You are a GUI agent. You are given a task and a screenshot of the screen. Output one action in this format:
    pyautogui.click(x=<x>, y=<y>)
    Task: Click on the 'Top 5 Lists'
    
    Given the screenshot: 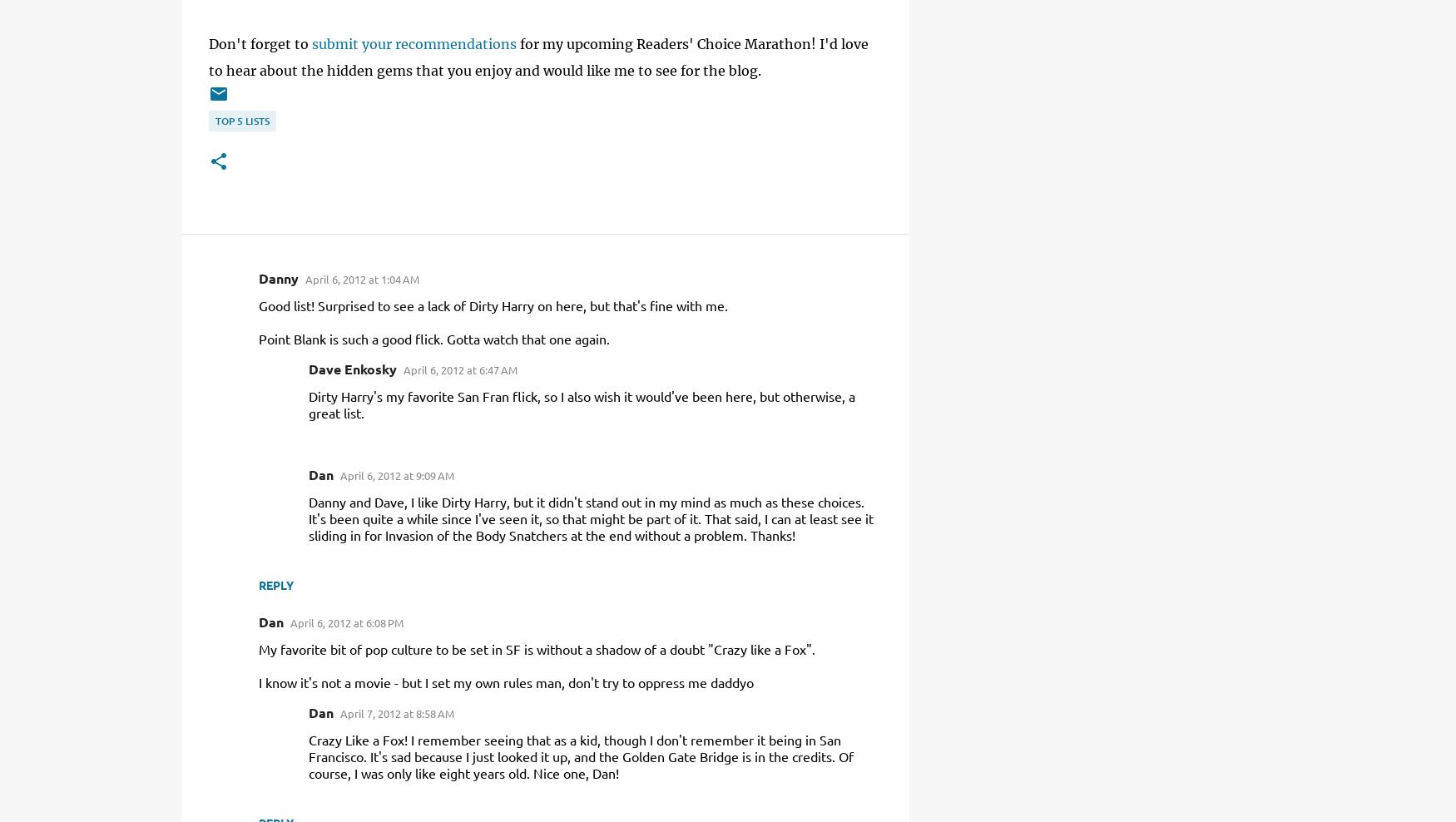 What is the action you would take?
    pyautogui.click(x=241, y=120)
    